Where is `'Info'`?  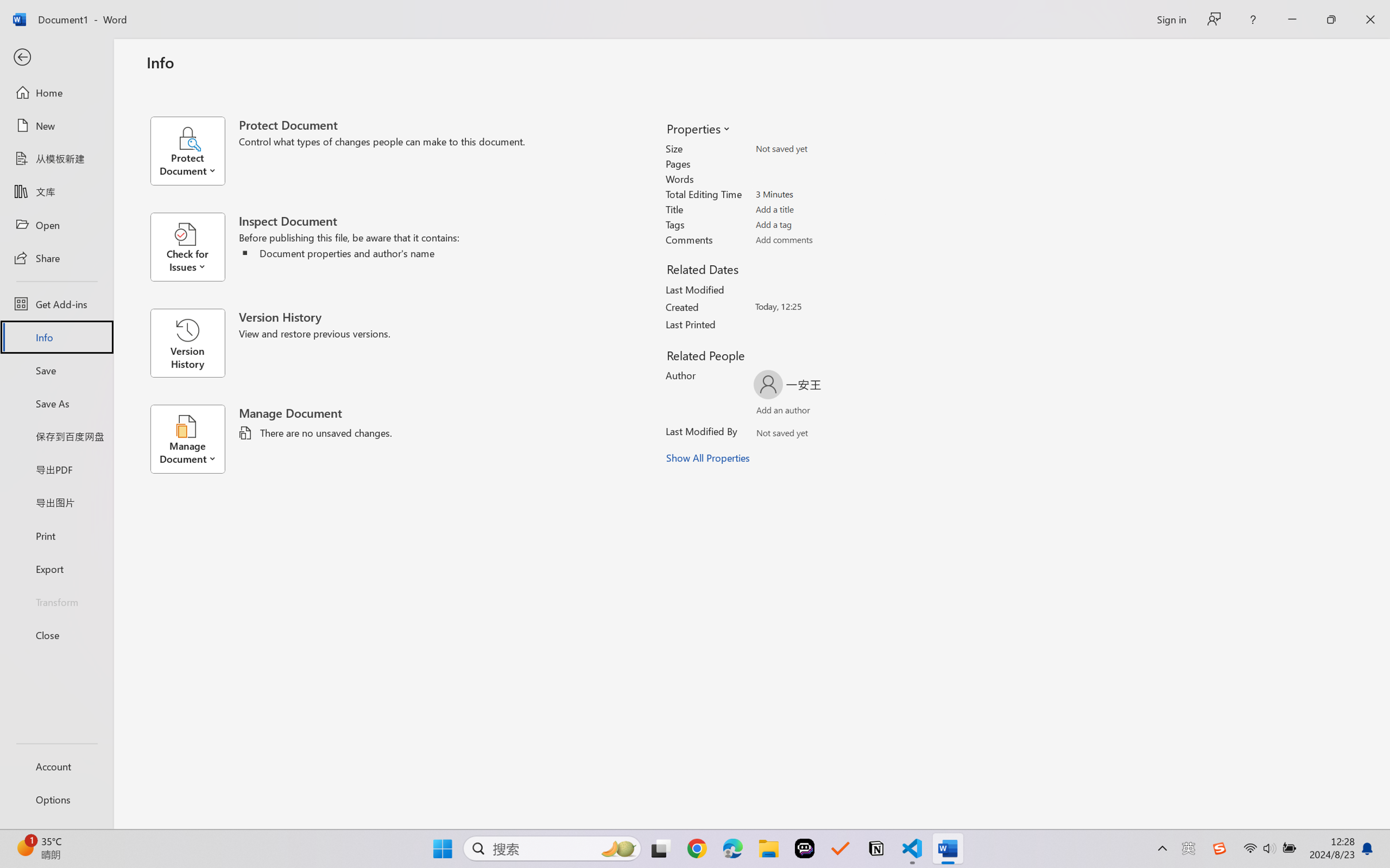
'Info' is located at coordinates (56, 336).